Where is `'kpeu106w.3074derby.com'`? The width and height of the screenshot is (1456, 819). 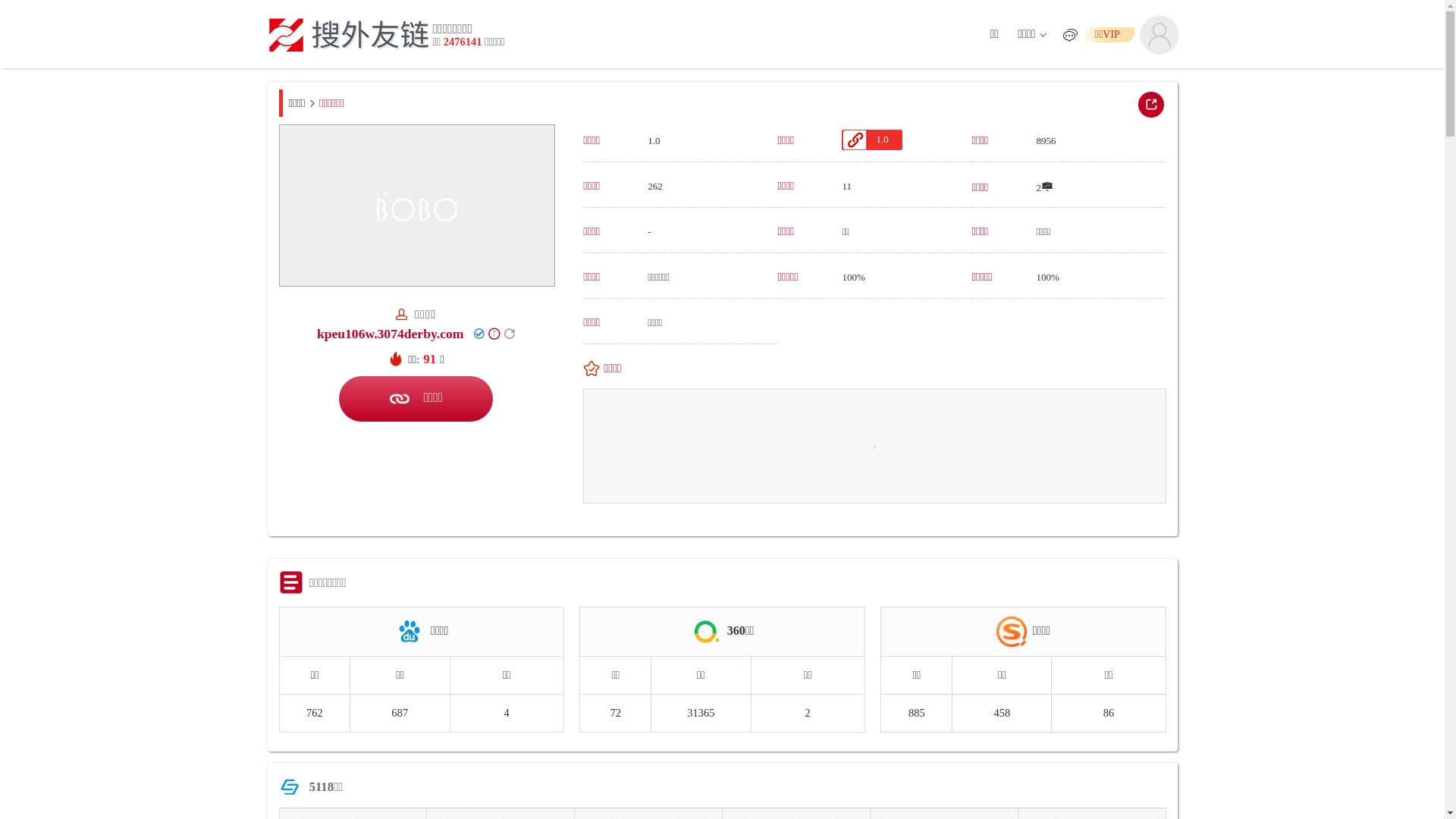
'kpeu106w.3074derby.com' is located at coordinates (390, 332).